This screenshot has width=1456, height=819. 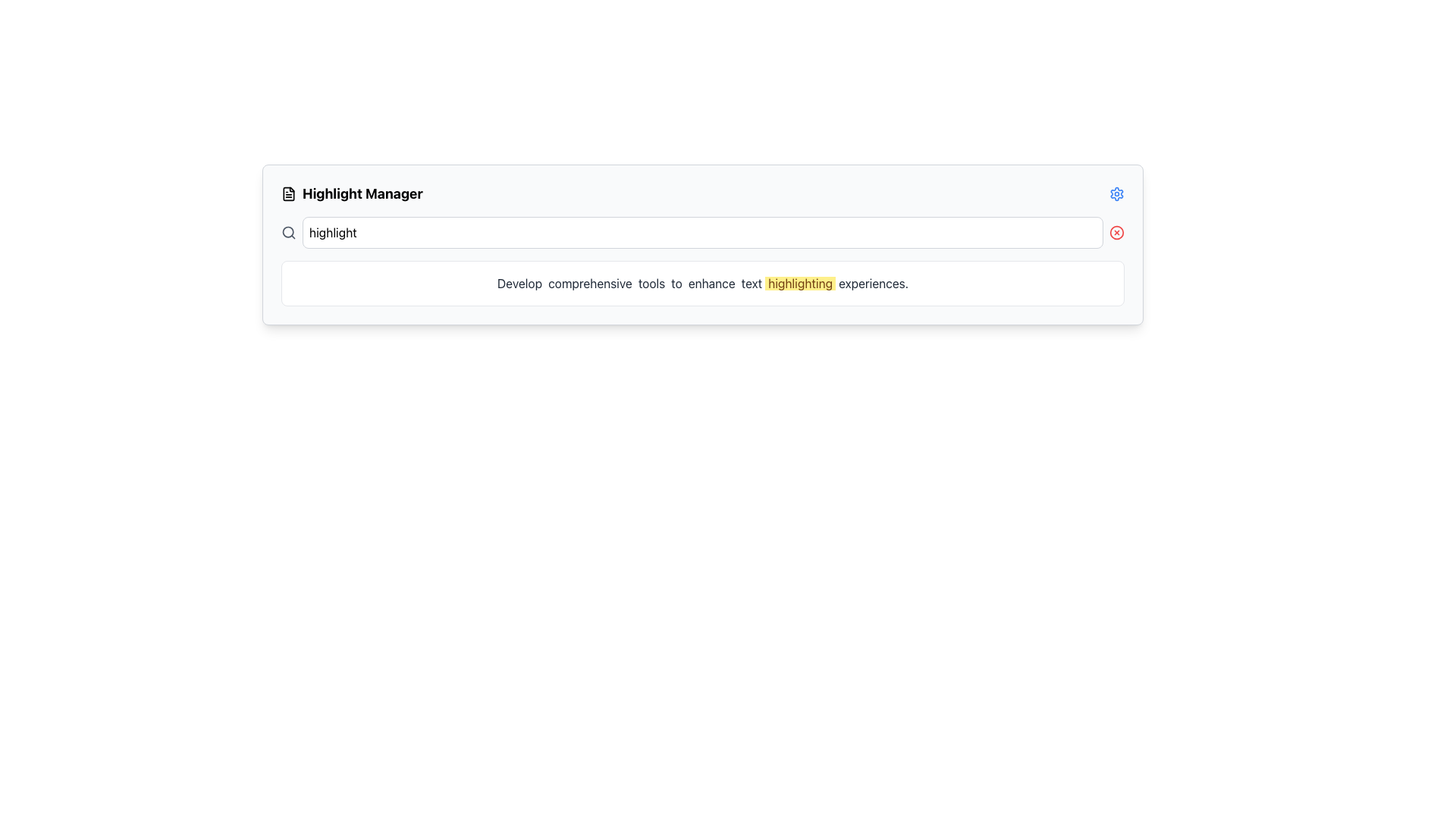 What do you see at coordinates (752, 284) in the screenshot?
I see `the Text Label that is the sixth word in the sentence 'Develop comprehensive tools to enhance text highlighting experiences.' located near the middle of the sentence between 'enhance' and 'highlighting'` at bounding box center [752, 284].